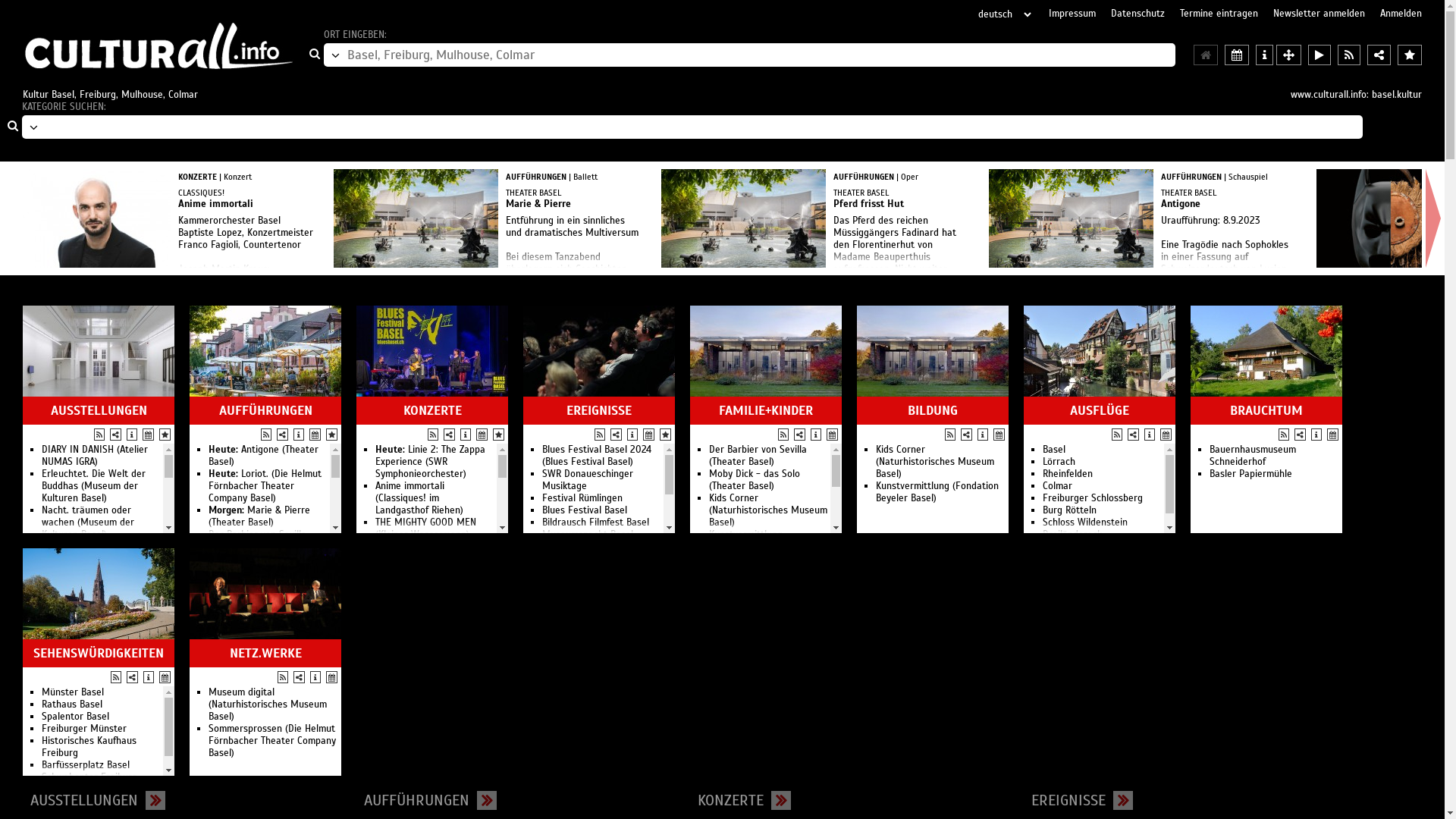 This screenshot has height=819, width=1456. I want to click on 'BILDUNG', so click(860, 410).